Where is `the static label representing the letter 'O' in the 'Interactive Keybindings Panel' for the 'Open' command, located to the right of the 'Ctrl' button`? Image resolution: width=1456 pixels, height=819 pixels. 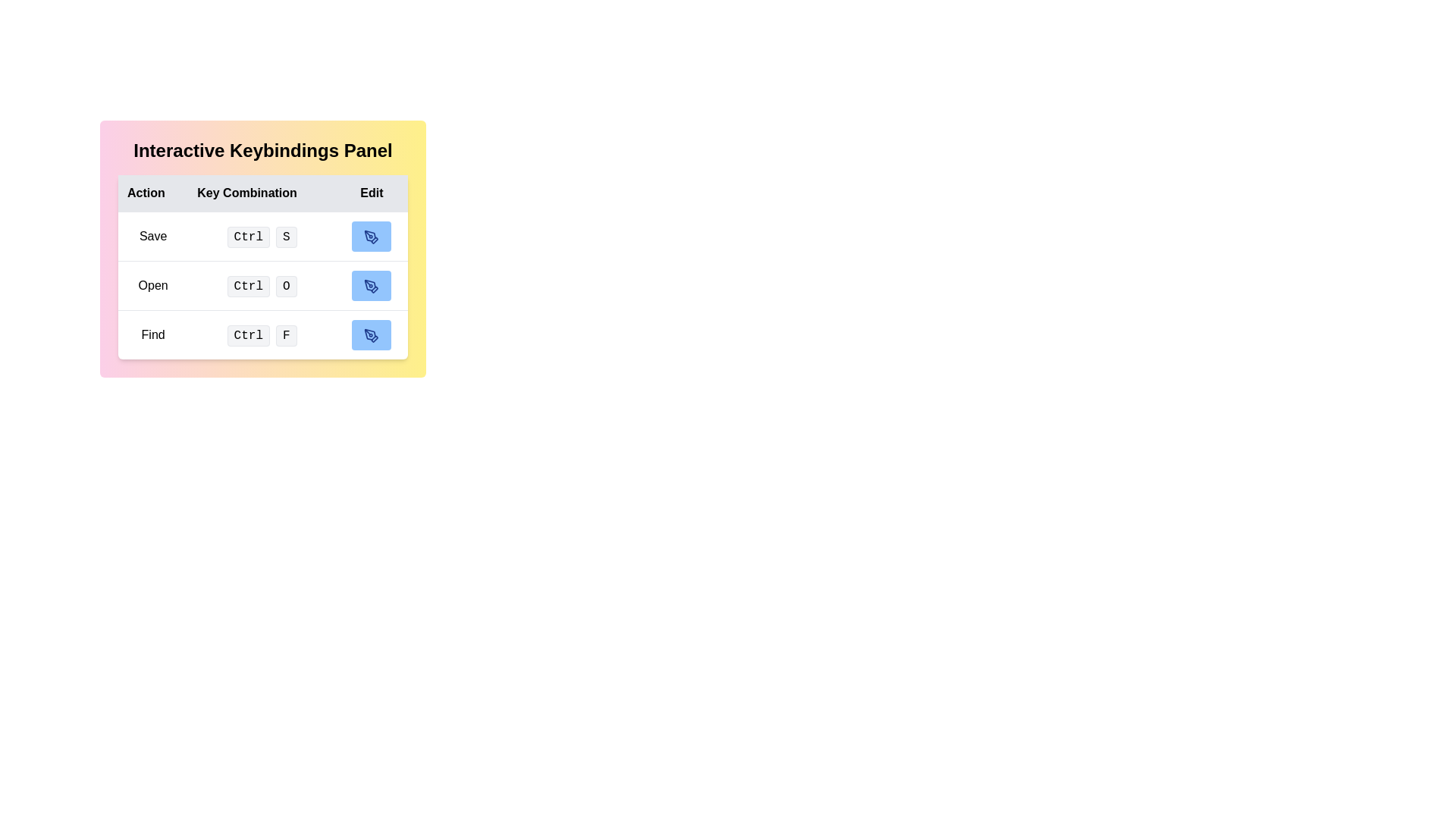 the static label representing the letter 'O' in the 'Interactive Keybindings Panel' for the 'Open' command, located to the right of the 'Ctrl' button is located at coordinates (286, 286).